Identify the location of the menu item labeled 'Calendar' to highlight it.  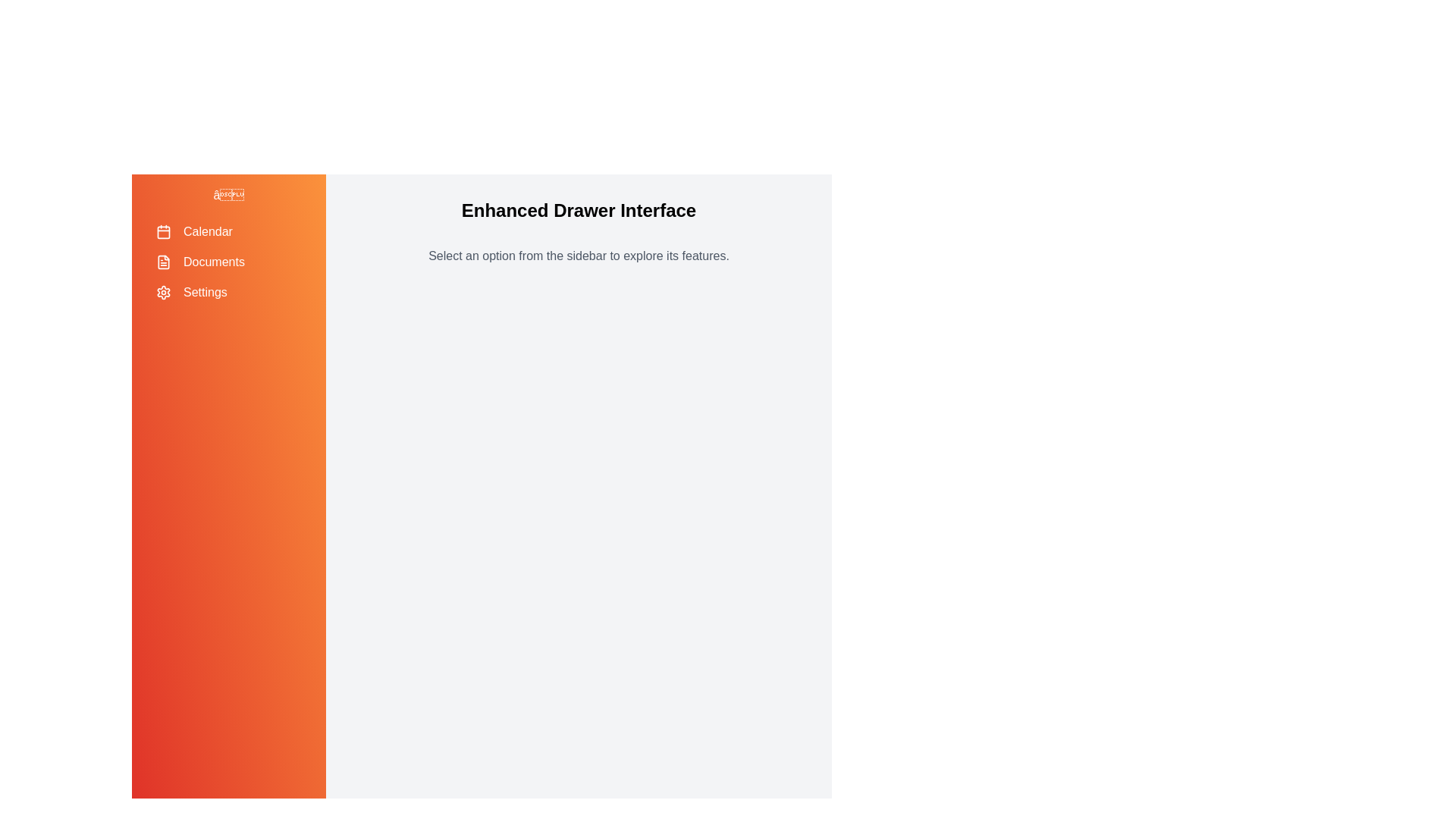
(228, 231).